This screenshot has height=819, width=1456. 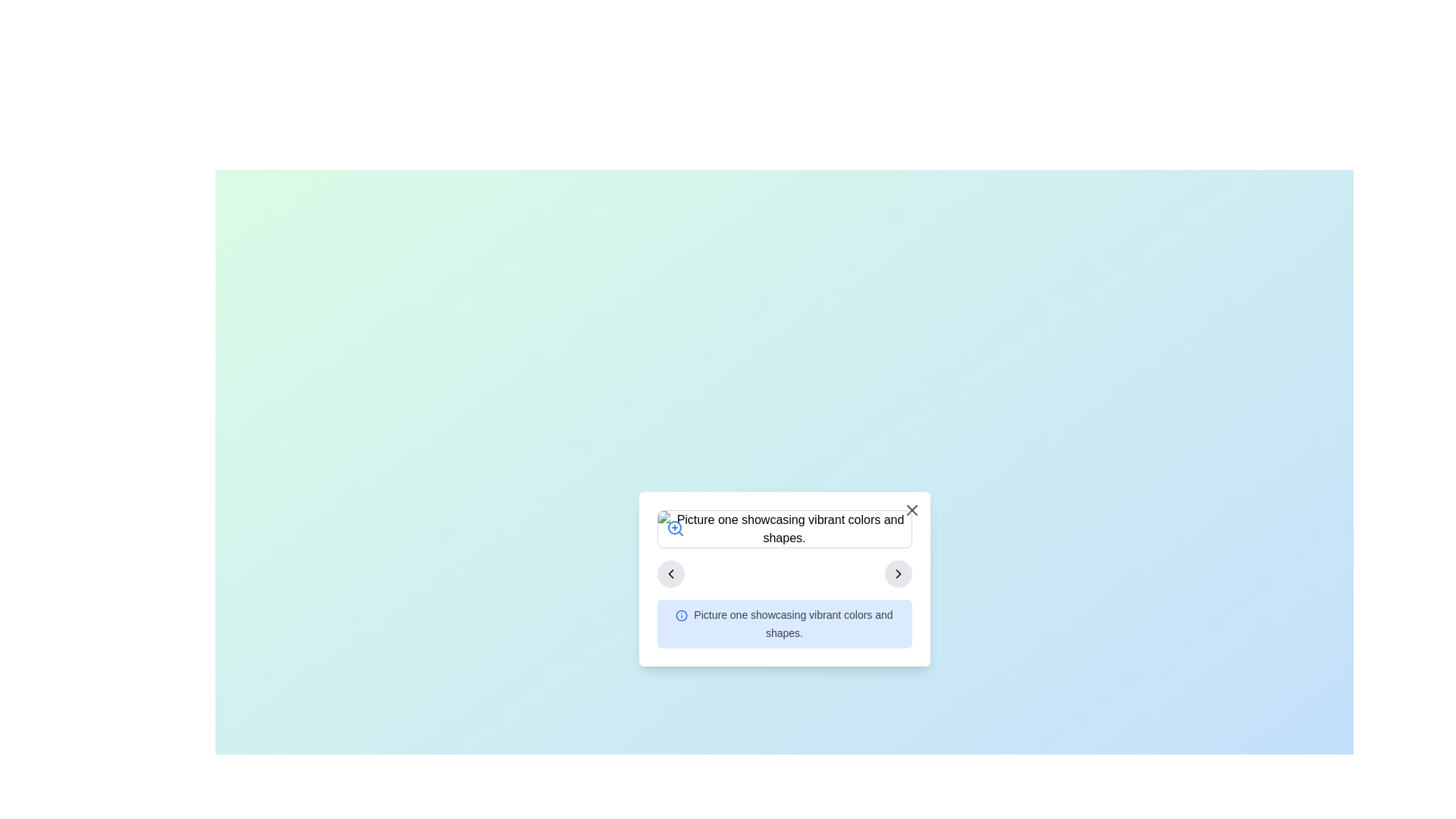 What do you see at coordinates (670, 573) in the screenshot?
I see `the leftward-pointing chevron arrow icon in the navigation interface` at bounding box center [670, 573].